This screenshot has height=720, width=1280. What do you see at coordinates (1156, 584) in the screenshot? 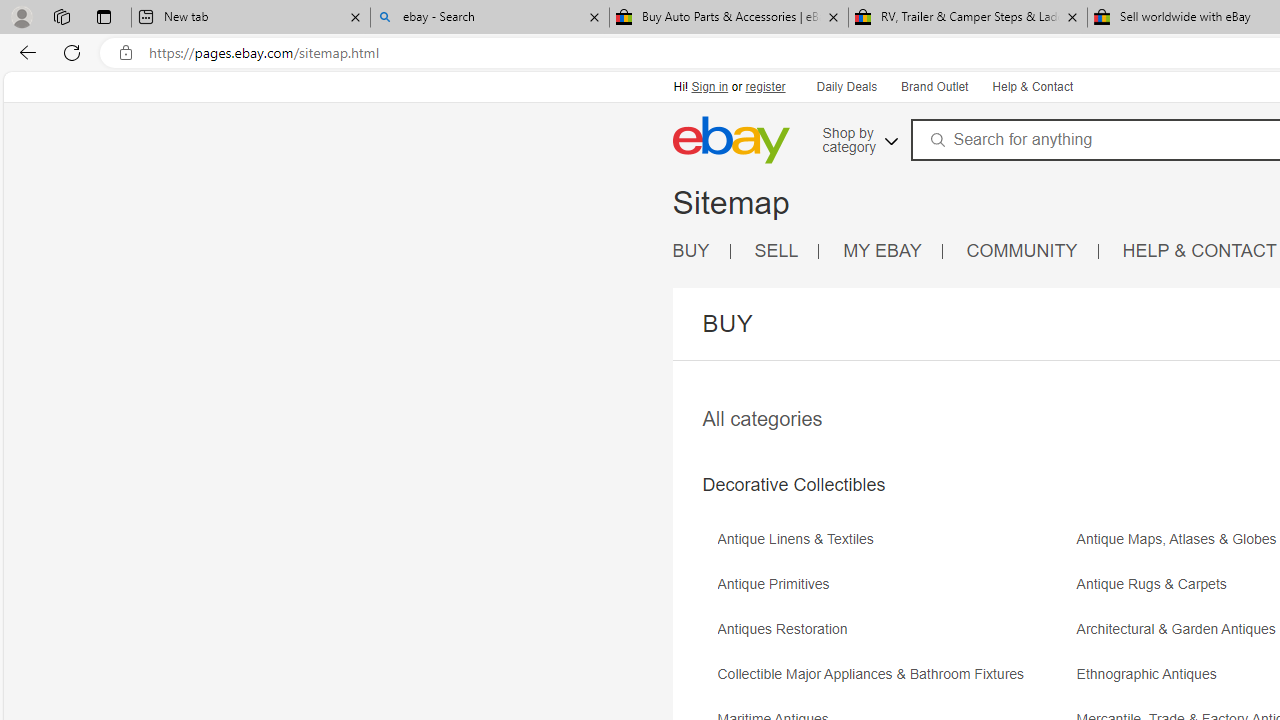
I see `'Antique Rugs & Carpets'` at bounding box center [1156, 584].